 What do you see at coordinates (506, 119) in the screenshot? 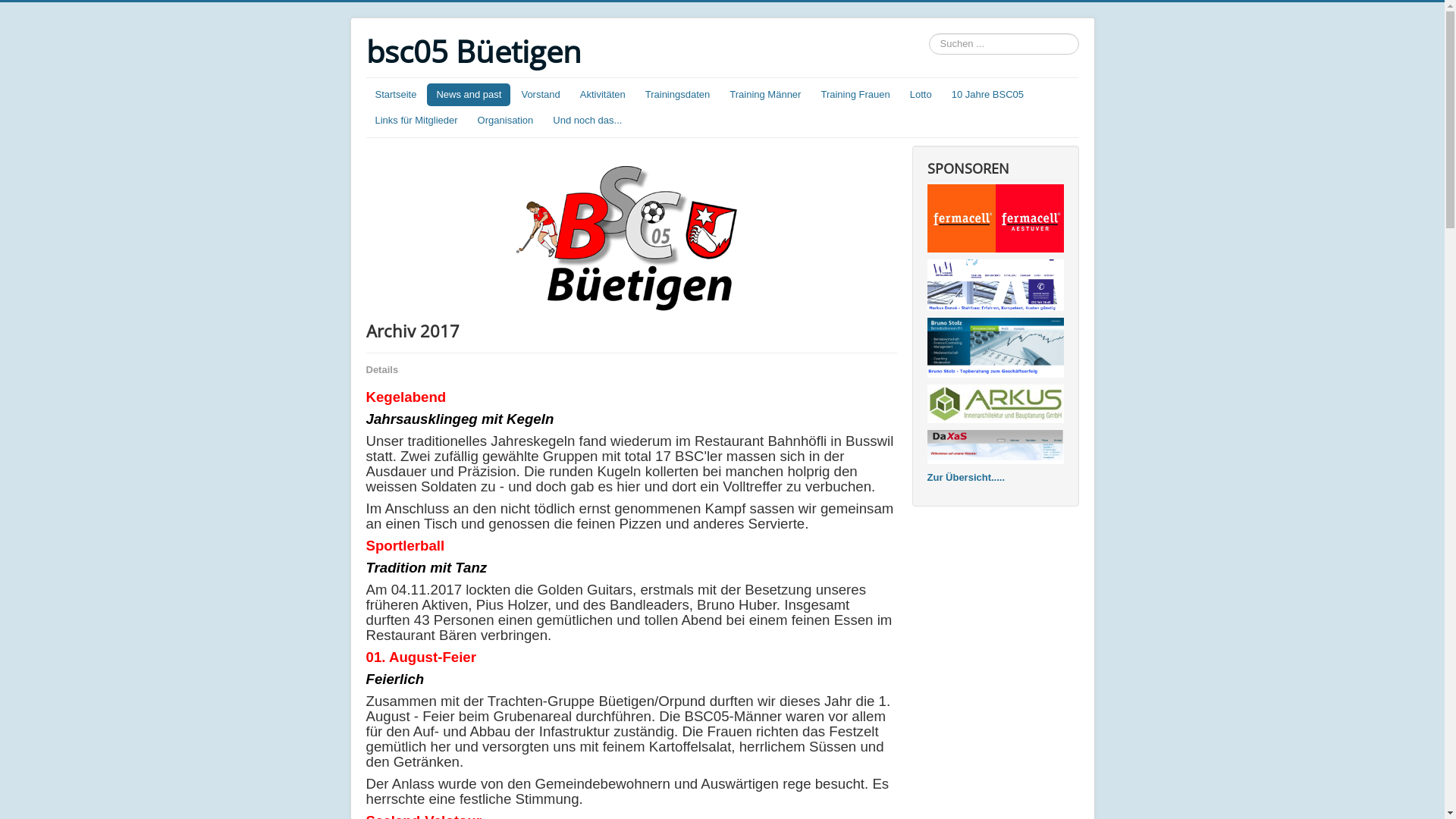
I see `'Organisation'` at bounding box center [506, 119].